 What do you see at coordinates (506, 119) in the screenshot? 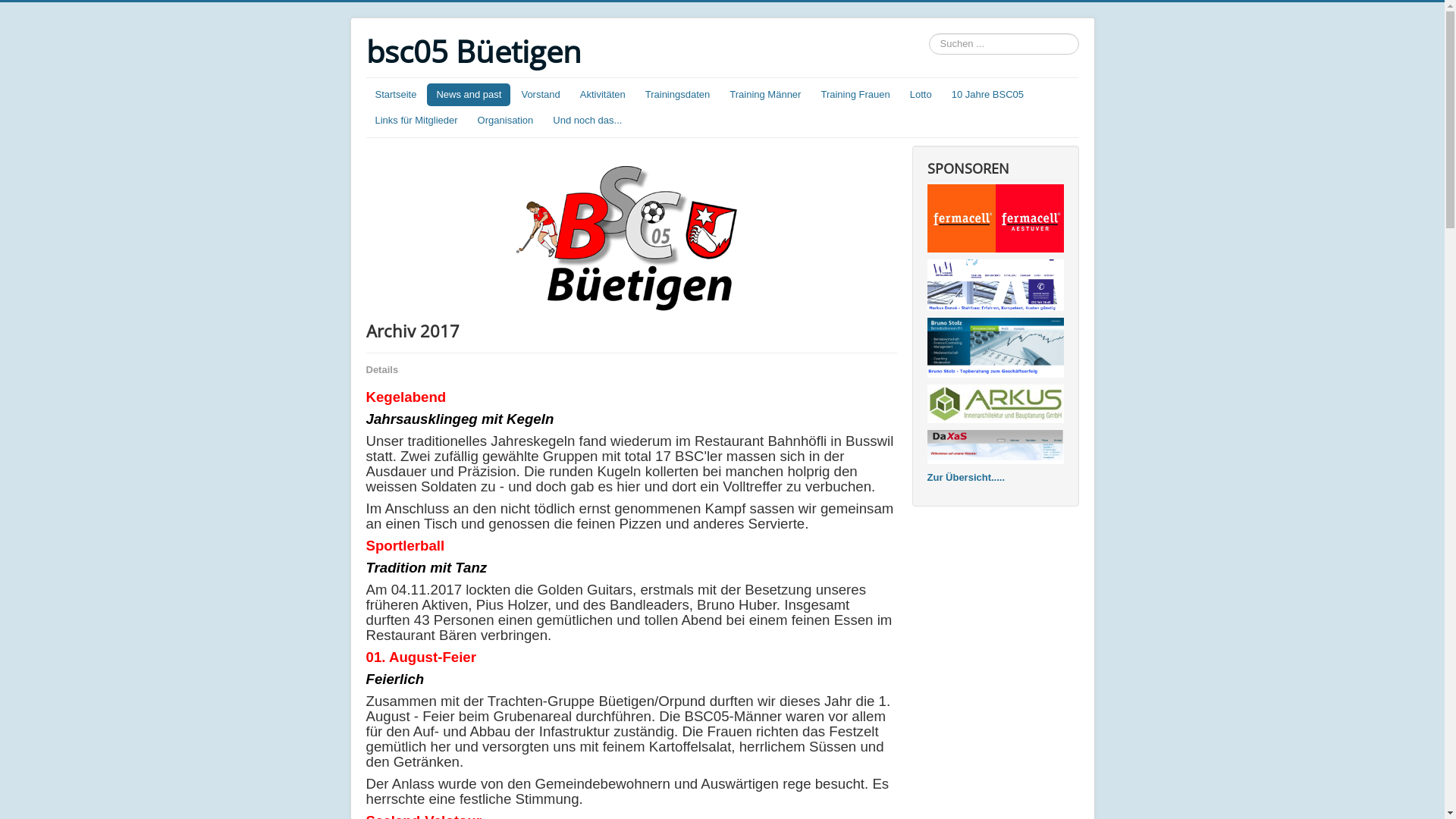
I see `'Organisation'` at bounding box center [506, 119].